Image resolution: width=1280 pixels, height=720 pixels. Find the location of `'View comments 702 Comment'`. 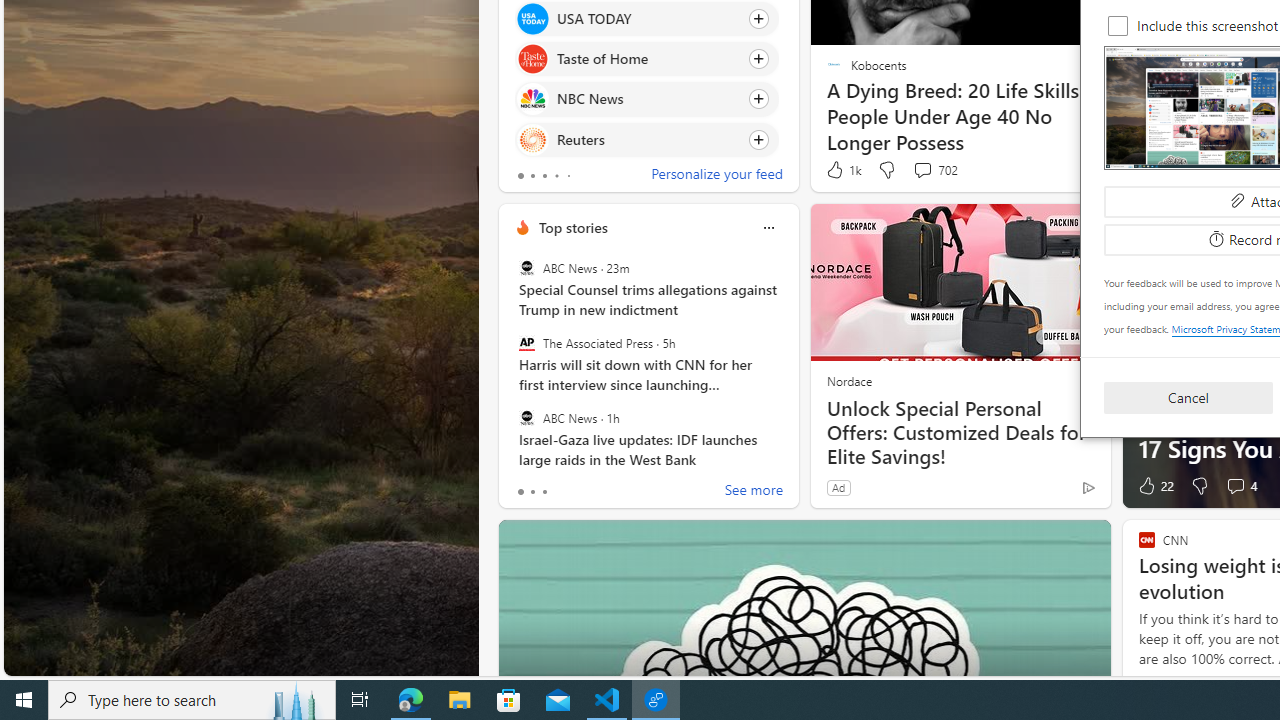

'View comments 702 Comment' is located at coordinates (921, 168).